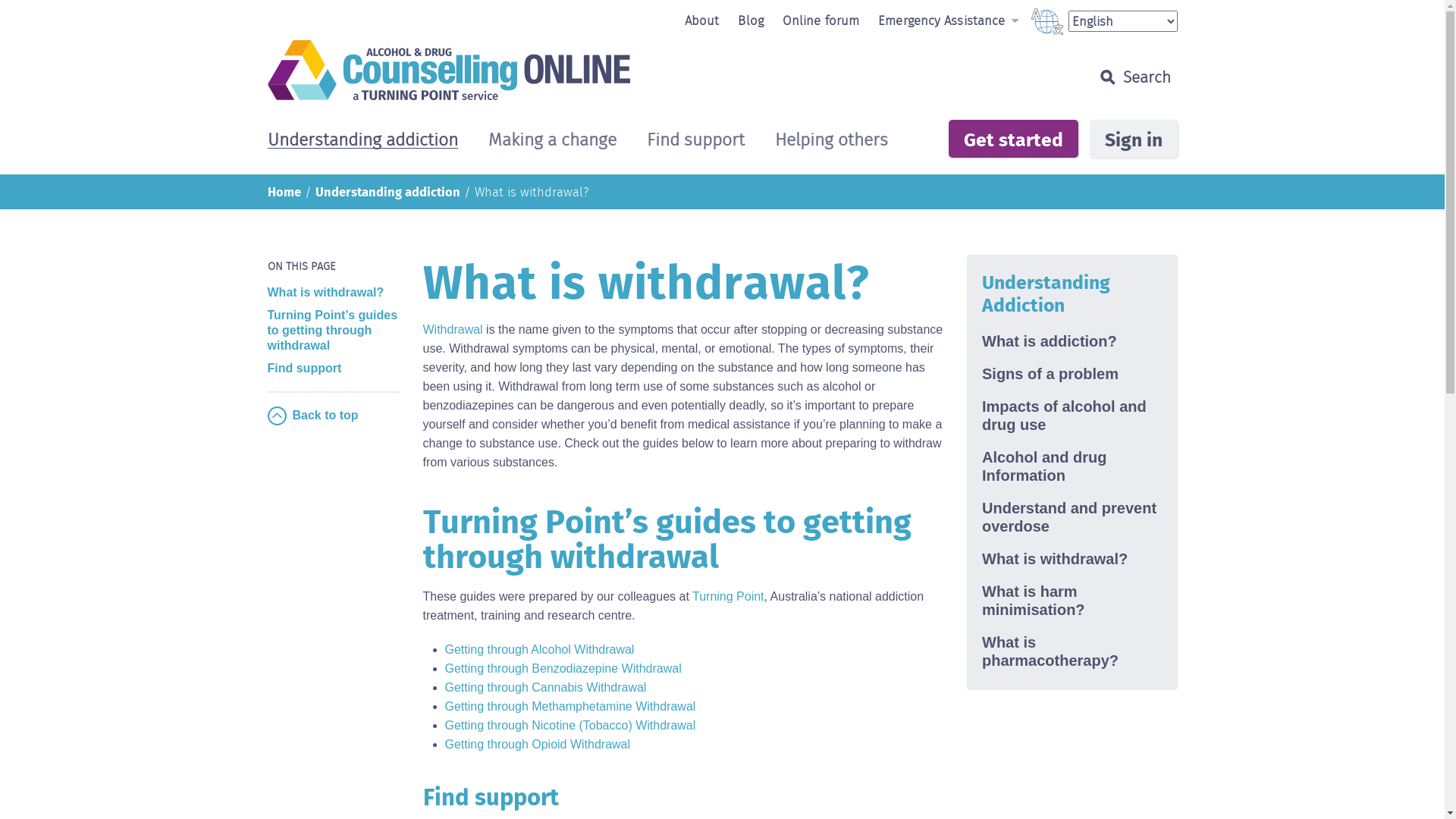  I want to click on 'Impacts of alcohol and drug use', so click(1072, 413).